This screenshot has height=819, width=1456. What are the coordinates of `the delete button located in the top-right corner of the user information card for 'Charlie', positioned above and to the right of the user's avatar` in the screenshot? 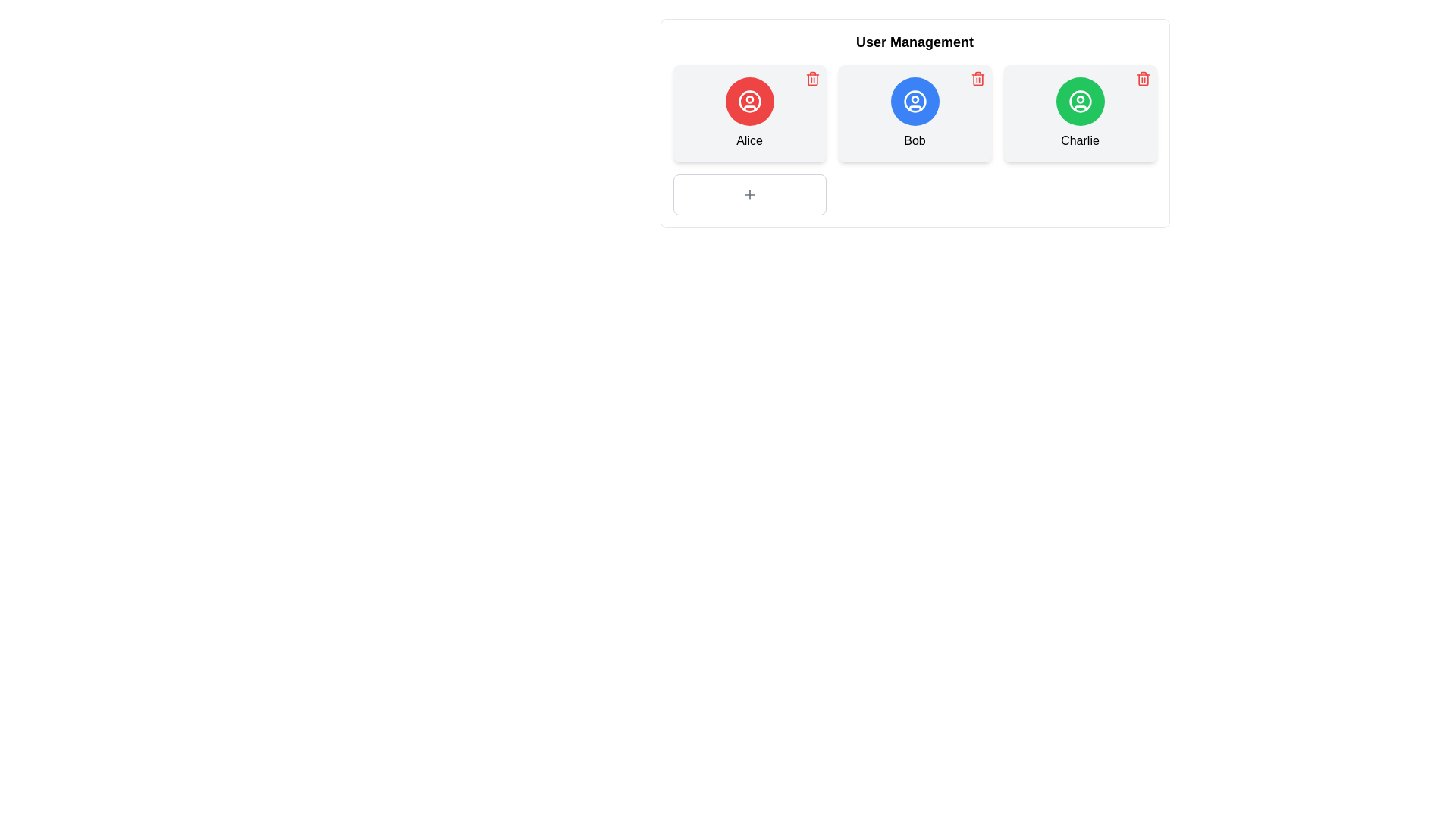 It's located at (1143, 79).